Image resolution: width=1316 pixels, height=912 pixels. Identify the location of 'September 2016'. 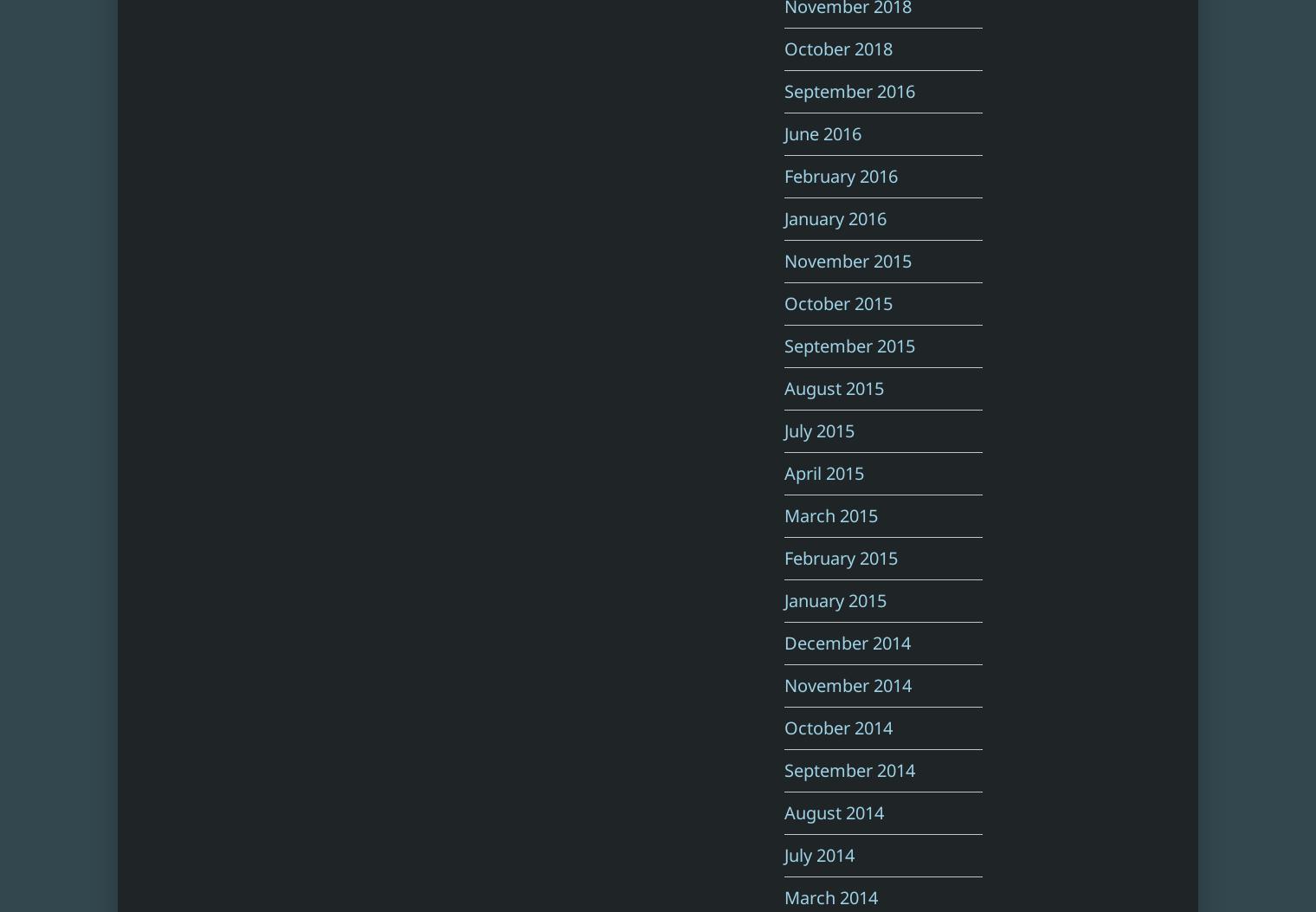
(848, 91).